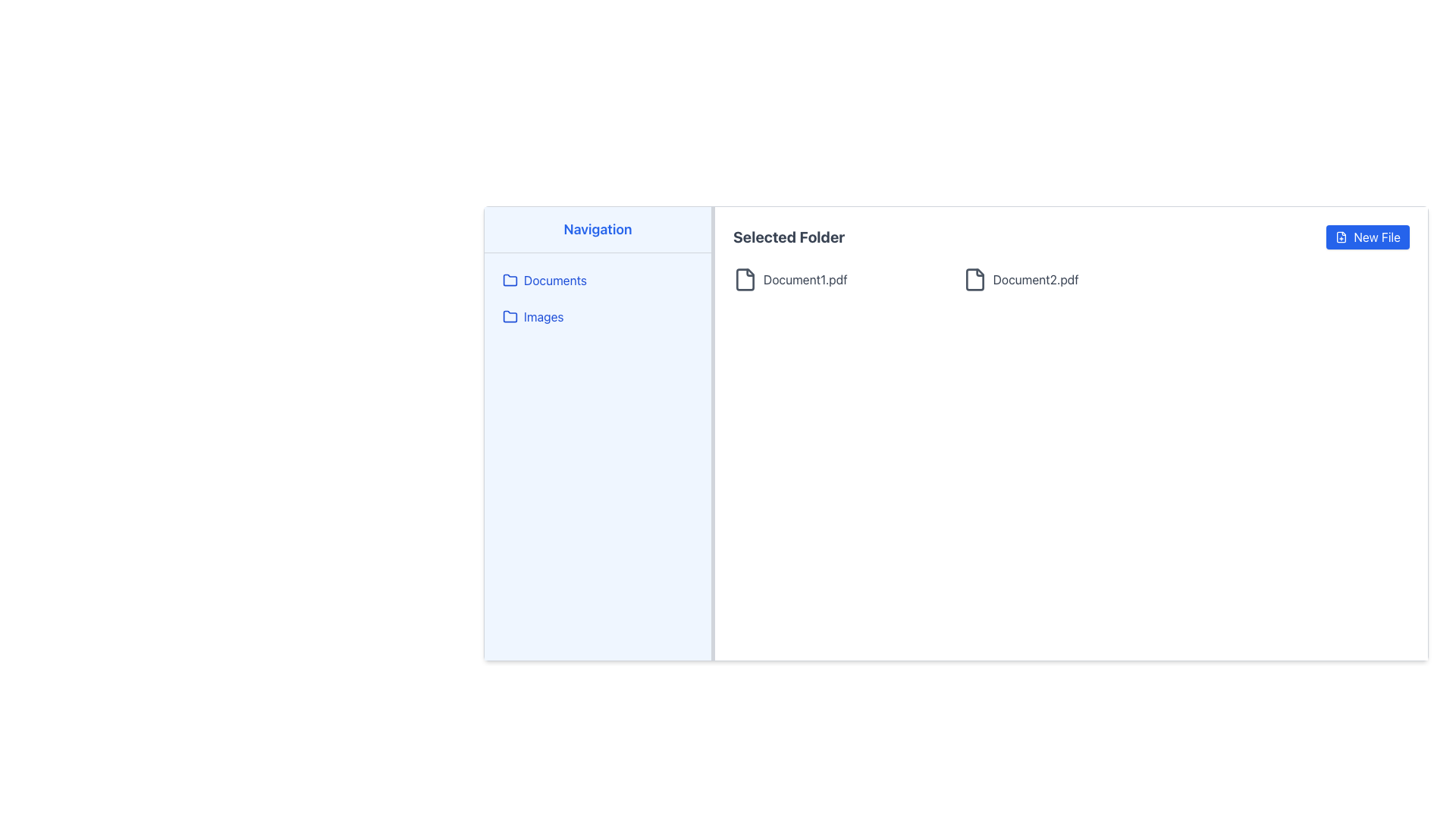 Image resolution: width=1456 pixels, height=819 pixels. What do you see at coordinates (597, 281) in the screenshot?
I see `the selectable folder or category labeled 'Documents' in the left-hand sidebar` at bounding box center [597, 281].